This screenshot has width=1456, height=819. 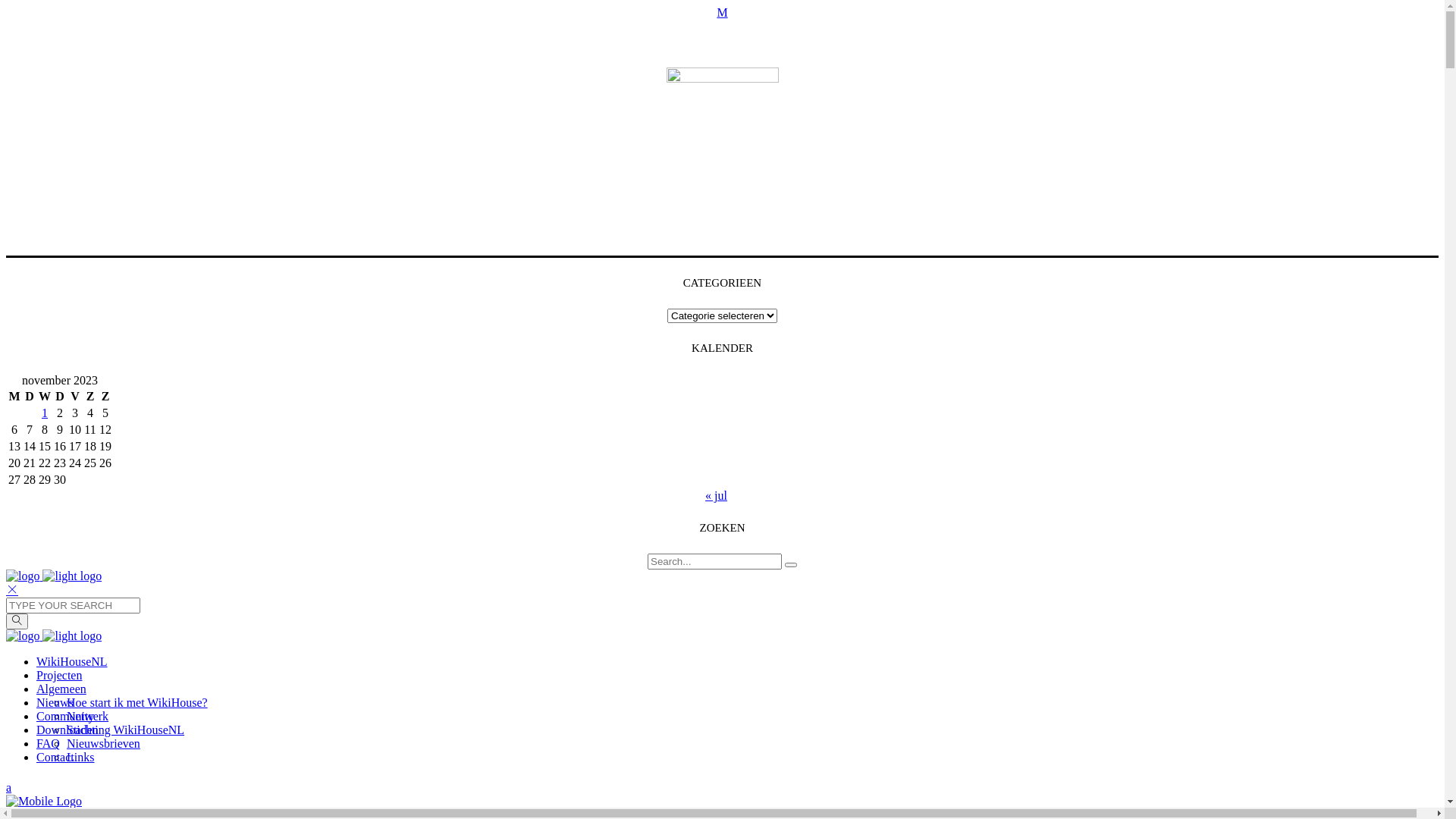 I want to click on 'Stichting WikiHouseNL', so click(x=125, y=729).